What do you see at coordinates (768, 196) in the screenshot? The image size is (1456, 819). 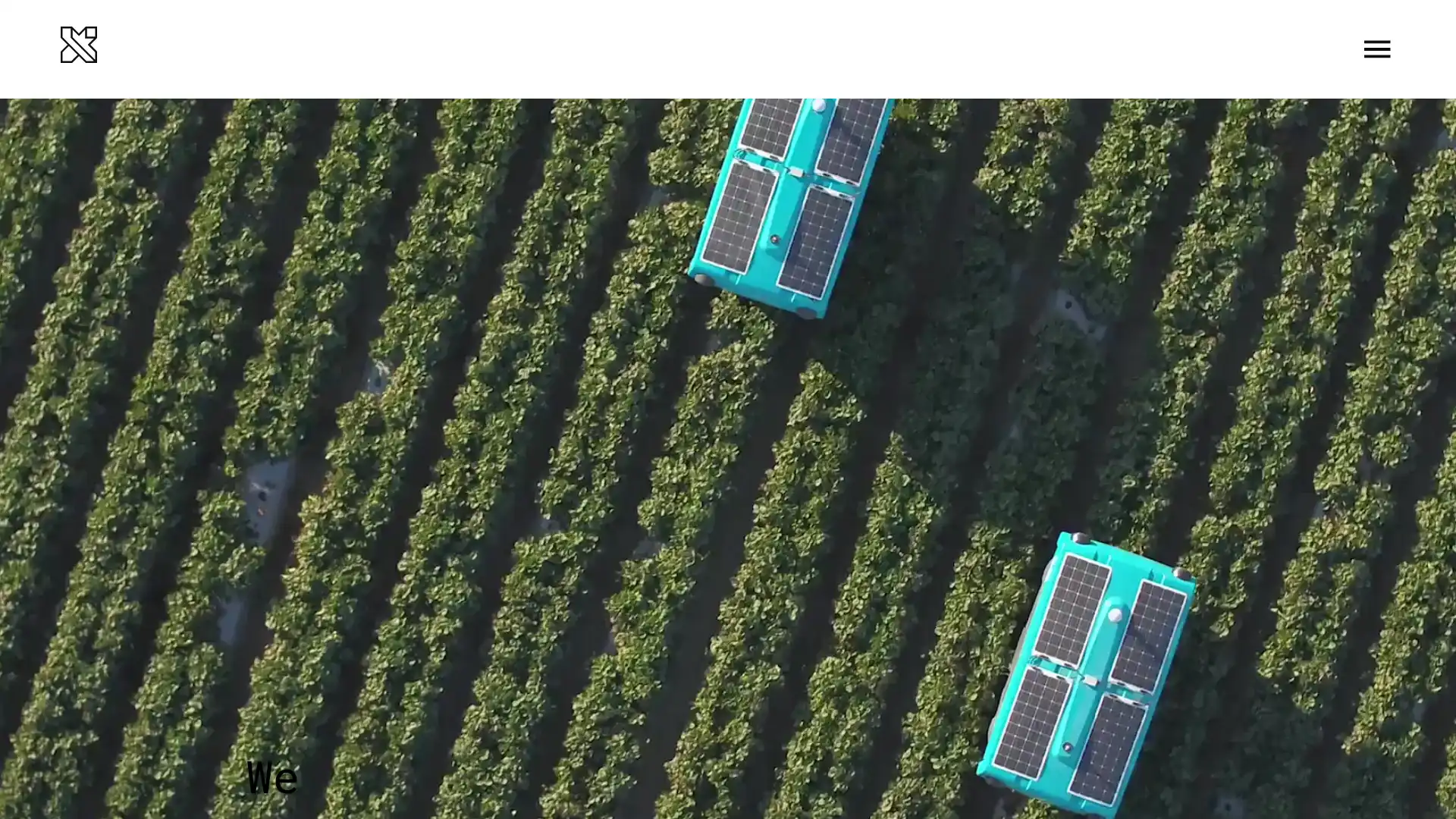 I see `Seeing underwater In 2020, X launches Tidal, a new project combining machine learning and an underwater camera system to help understand and protect our oceans ecosystems. They start with a small corner of the problem: partnering with fish farmers to help them run and grow their operations more sustainably.` at bounding box center [768, 196].